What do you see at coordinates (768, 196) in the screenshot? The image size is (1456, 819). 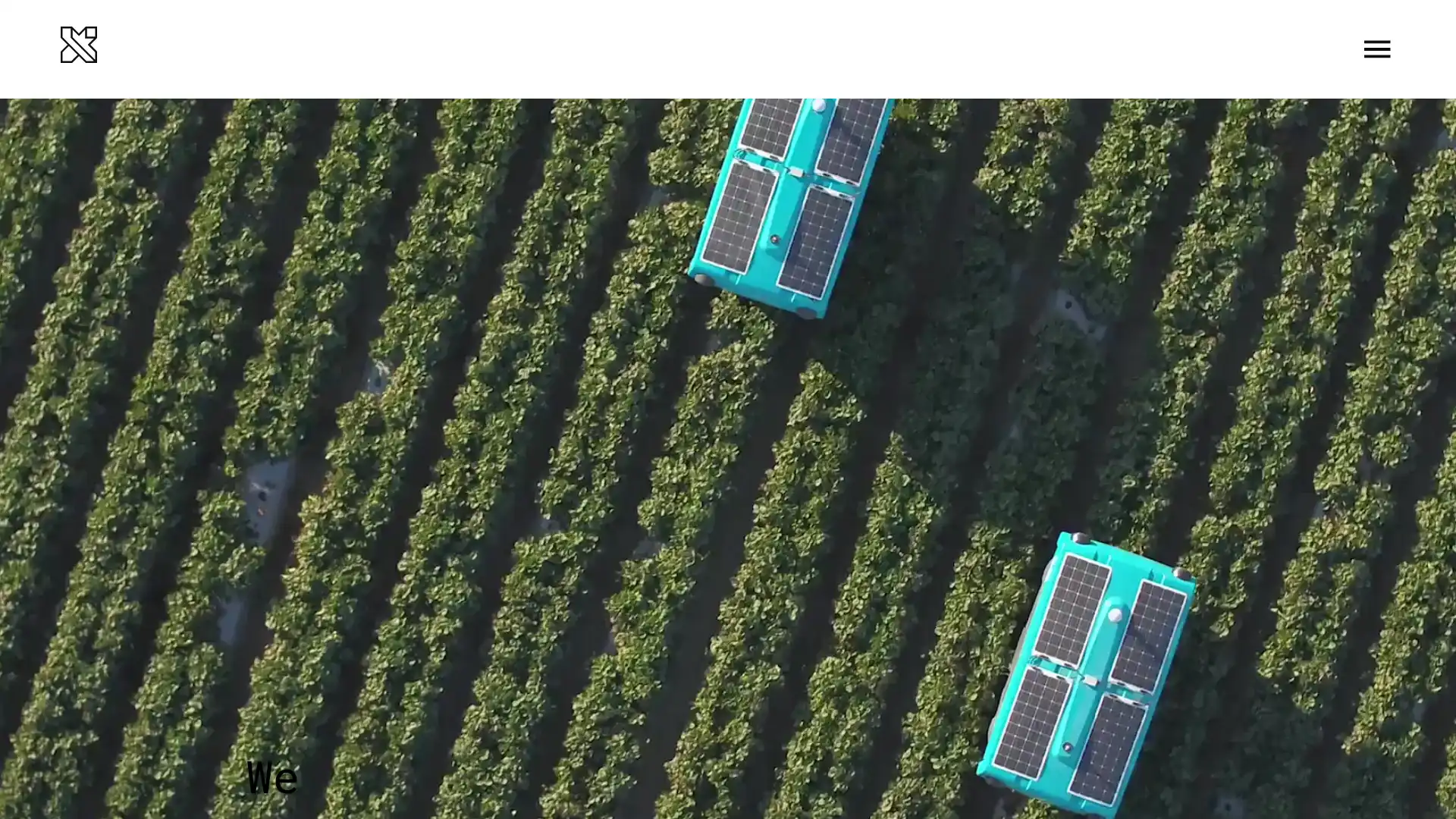 I see `Seeing underwater In 2020, X launches Tidal, a new project combining machine learning and an underwater camera system to help understand and protect our oceans ecosystems. They start with a small corner of the problem: partnering with fish farmers to help them run and grow their operations more sustainably.` at bounding box center [768, 196].